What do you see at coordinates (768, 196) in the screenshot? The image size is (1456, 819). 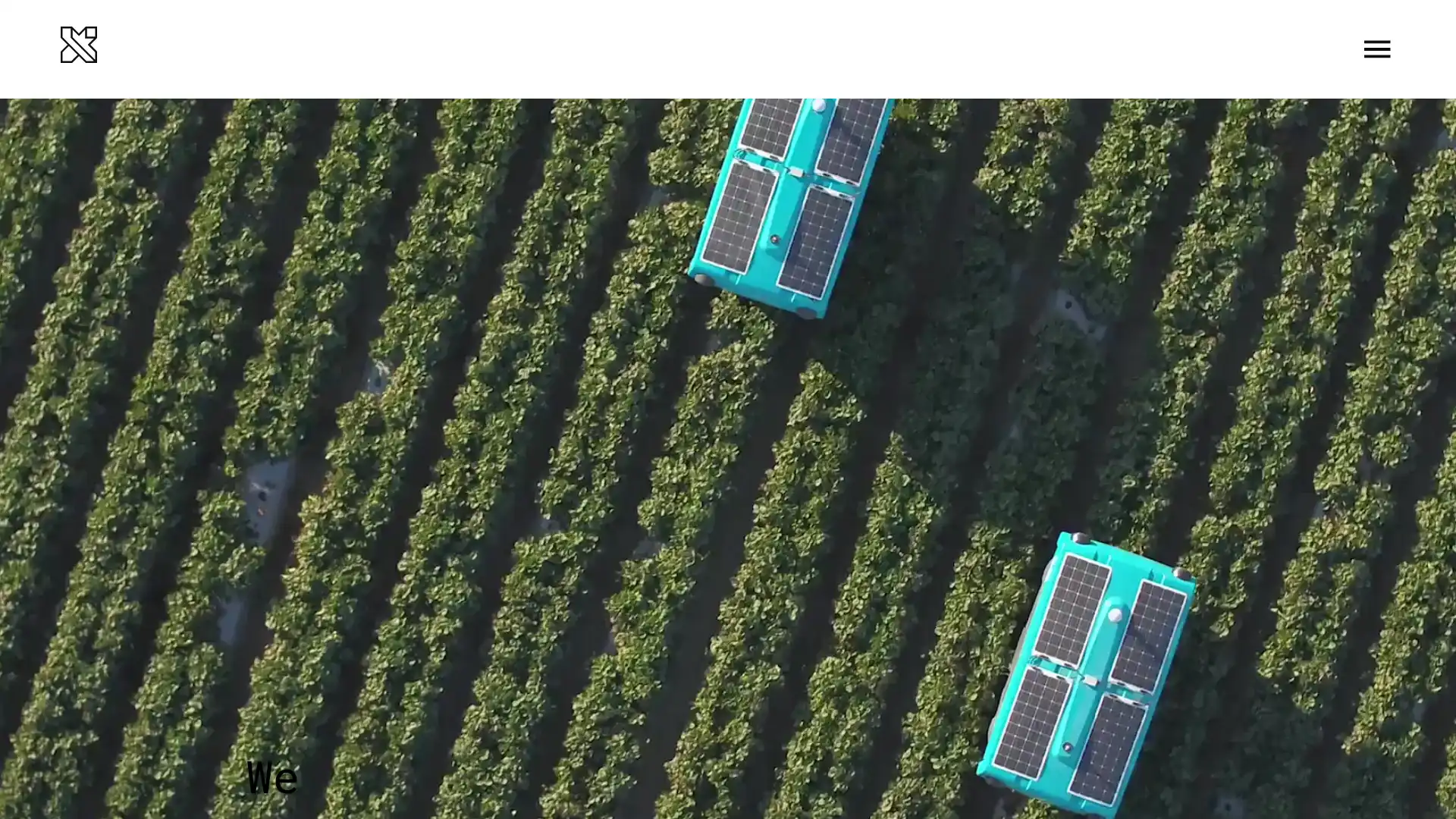 I see `Seeing underwater In 2020, X launches Tidal, a new project combining machine learning and an underwater camera system to help understand and protect our oceans ecosystems. They start with a small corner of the problem: partnering with fish farmers to help them run and grow their operations more sustainably.` at bounding box center [768, 196].